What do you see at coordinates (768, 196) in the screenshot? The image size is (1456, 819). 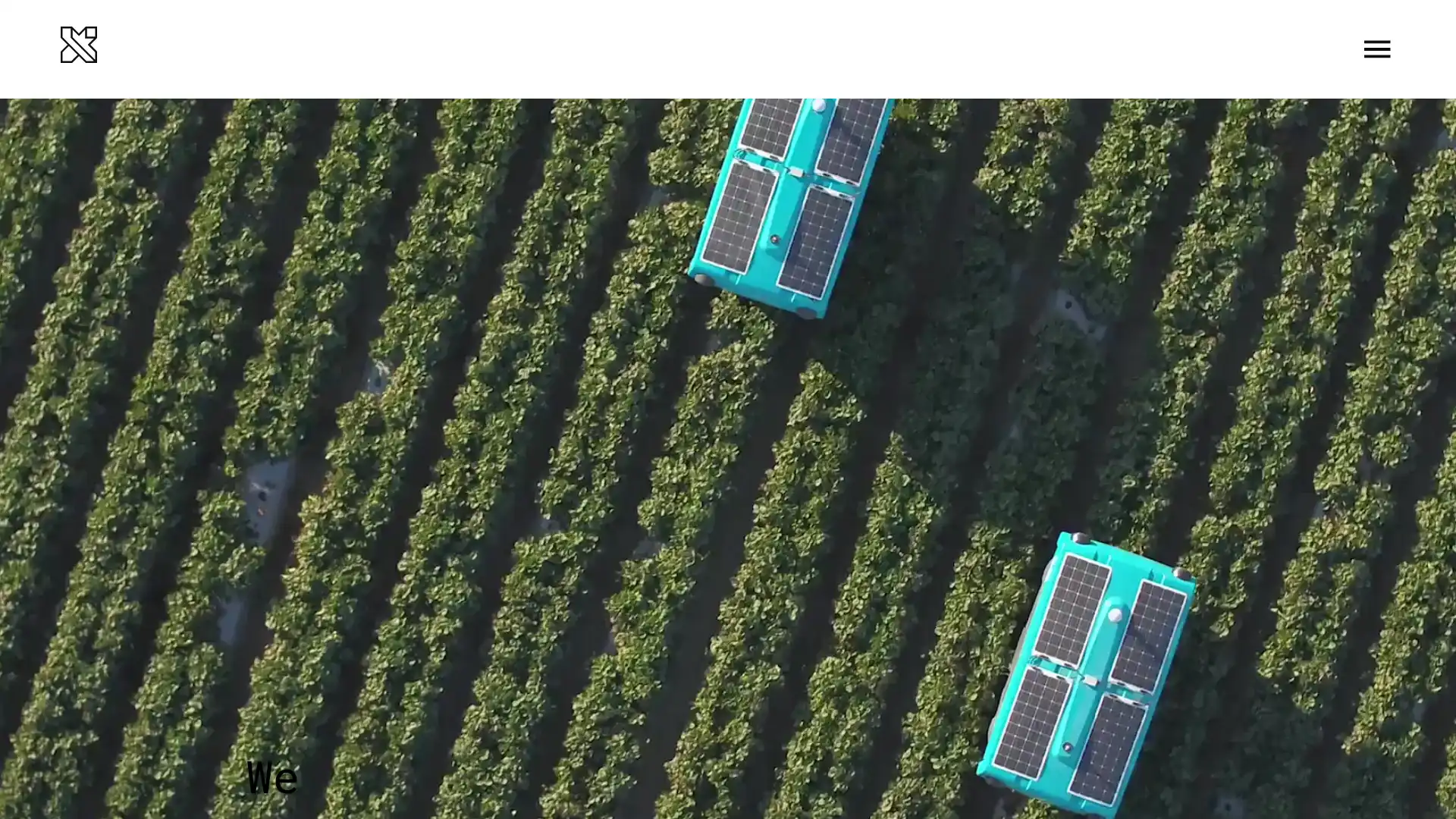 I see `Seeing underwater In 2020, X launches Tidal, a new project combining machine learning and an underwater camera system to help understand and protect our oceans ecosystems. They start with a small corner of the problem: partnering with fish farmers to help them run and grow their operations more sustainably.` at bounding box center [768, 196].